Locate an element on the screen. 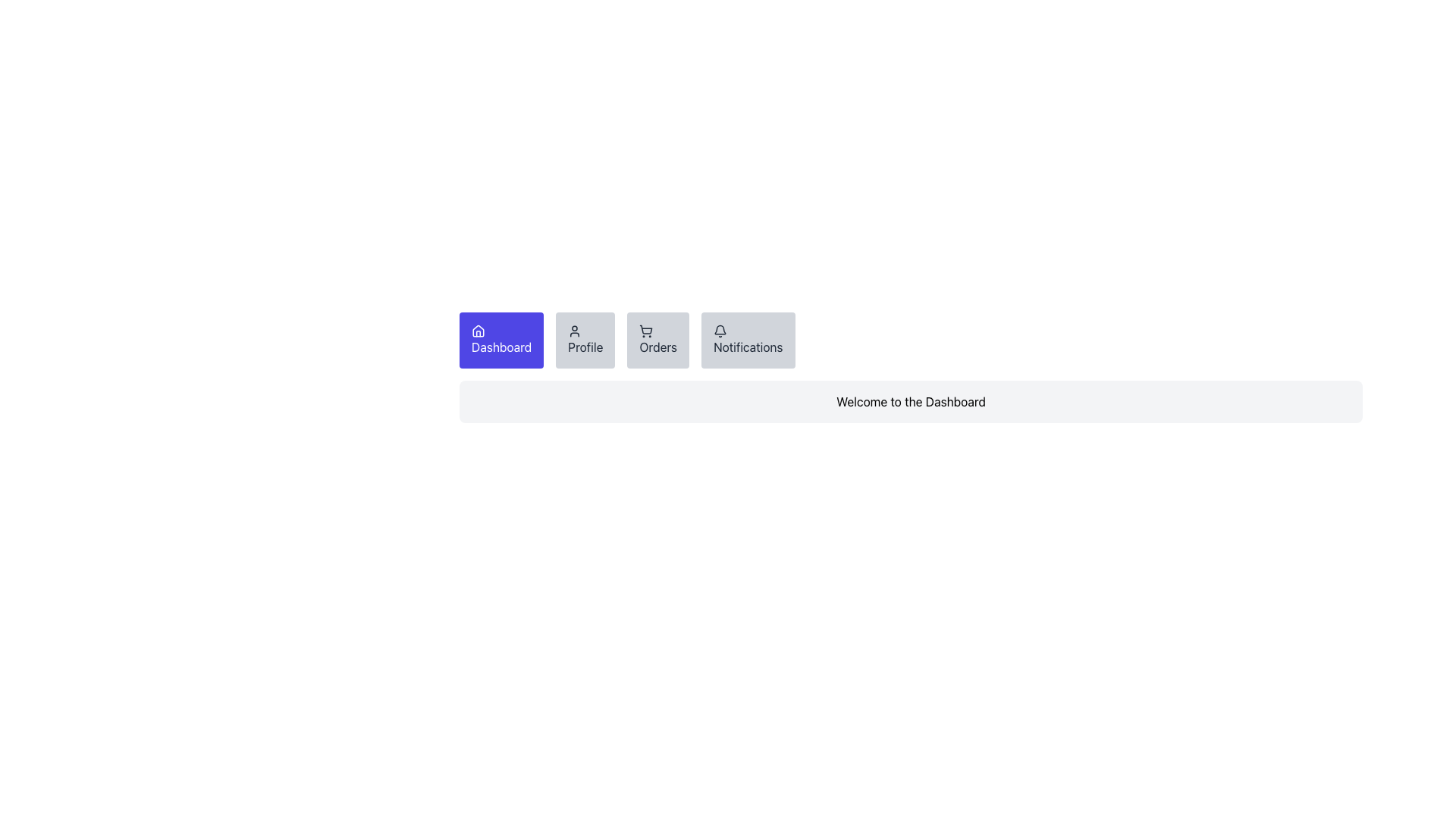  the shopping cart SVG icon located within the 'Orders' navigation button, positioned between the 'Profile' and 'Notifications' buttons in the top center toolbar is located at coordinates (646, 330).